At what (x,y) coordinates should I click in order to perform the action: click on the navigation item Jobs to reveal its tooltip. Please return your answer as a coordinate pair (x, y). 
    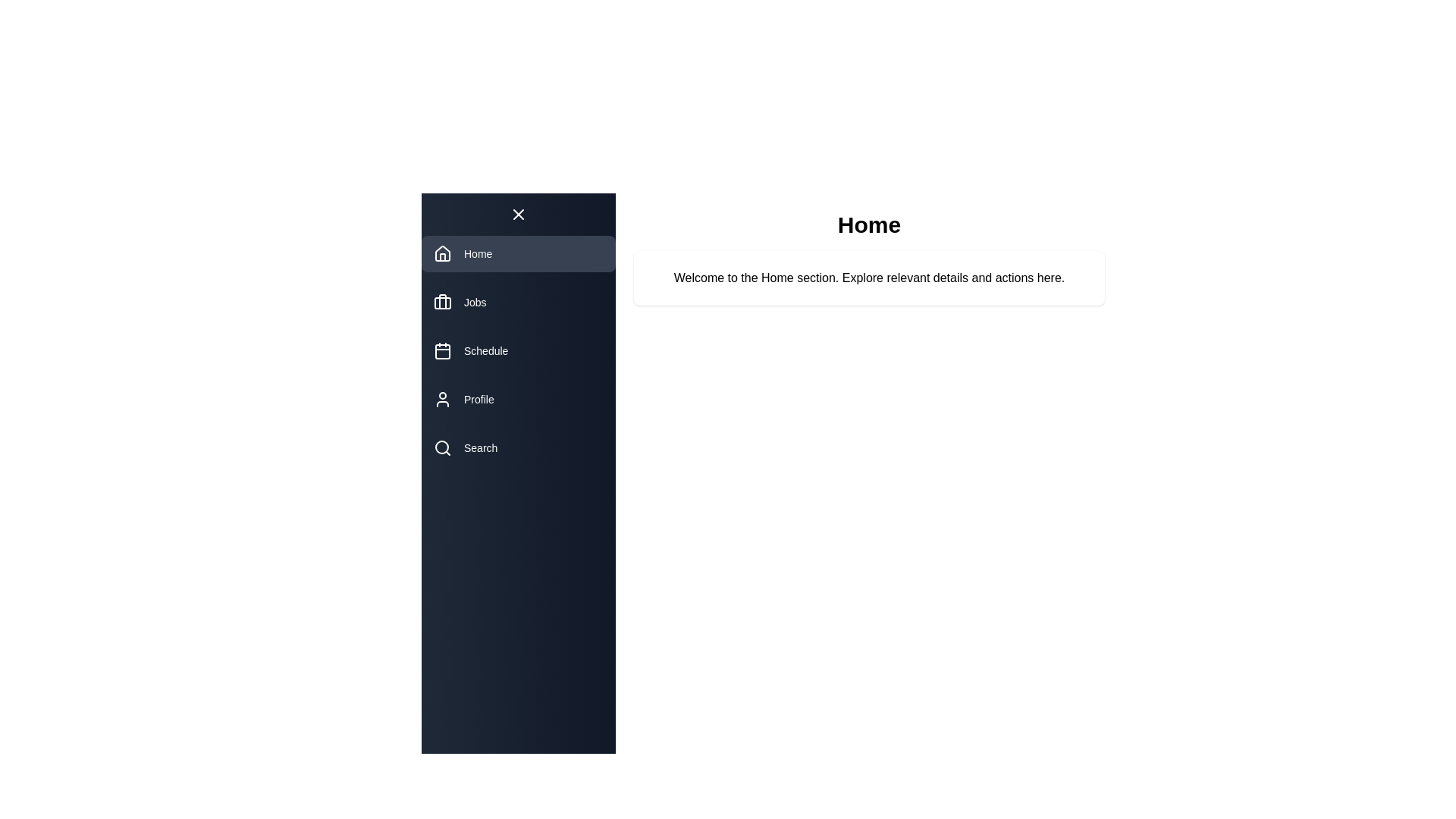
    Looking at the image, I should click on (519, 302).